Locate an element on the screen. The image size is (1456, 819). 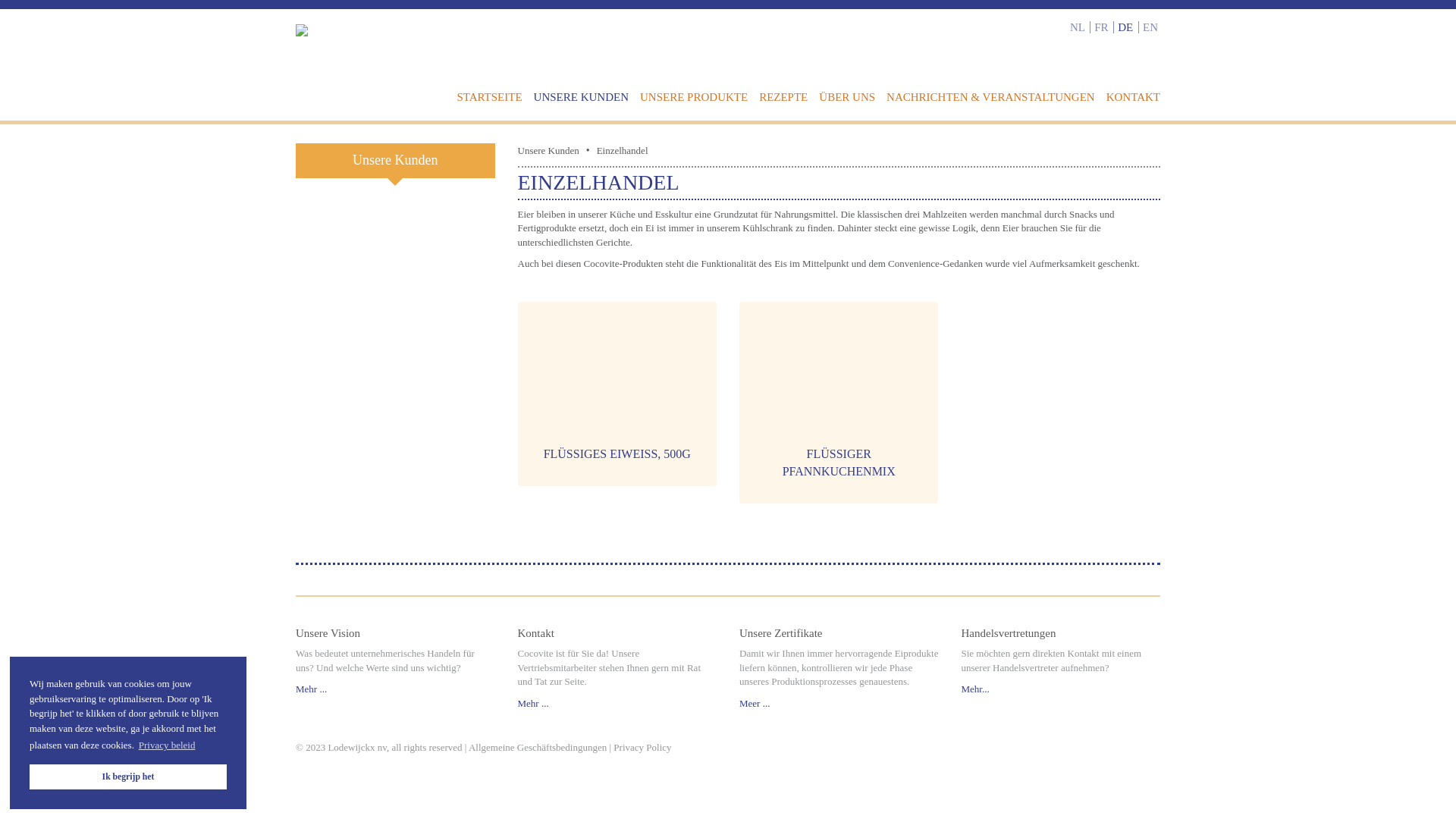
'Unsere Kunden' is located at coordinates (295, 161).